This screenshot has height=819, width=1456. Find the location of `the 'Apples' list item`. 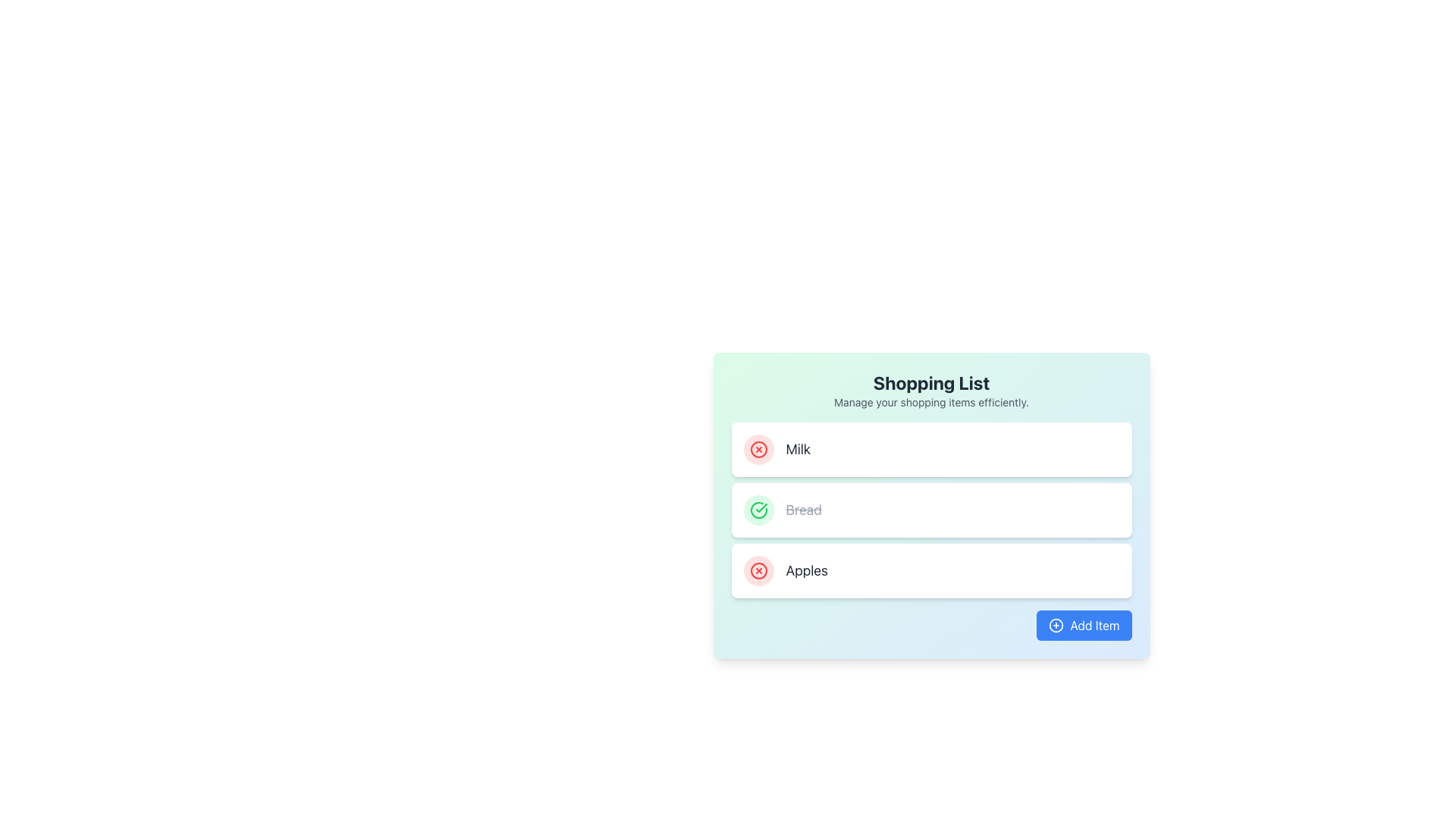

the 'Apples' list item is located at coordinates (930, 570).